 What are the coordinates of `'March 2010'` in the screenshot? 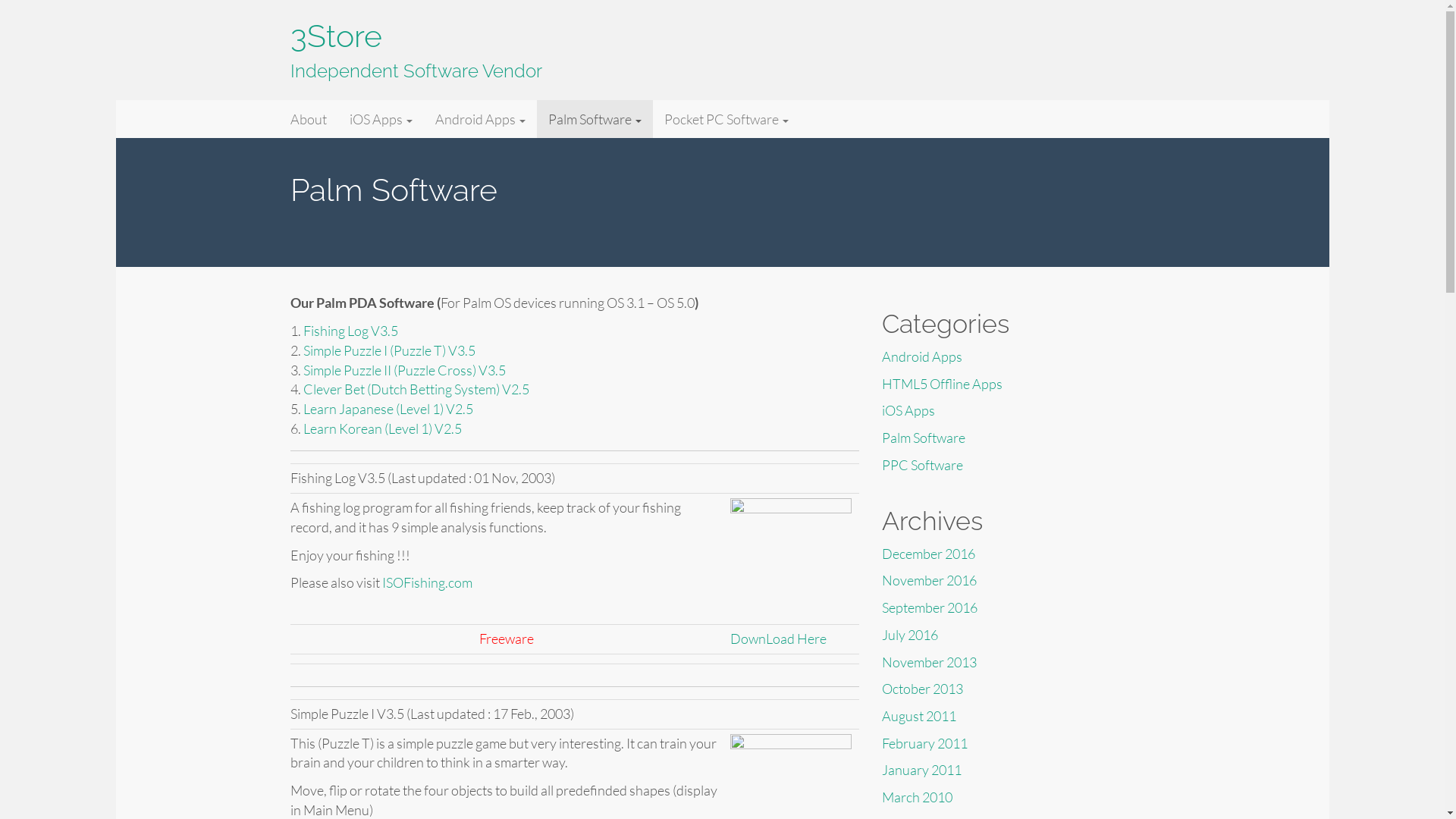 It's located at (915, 795).